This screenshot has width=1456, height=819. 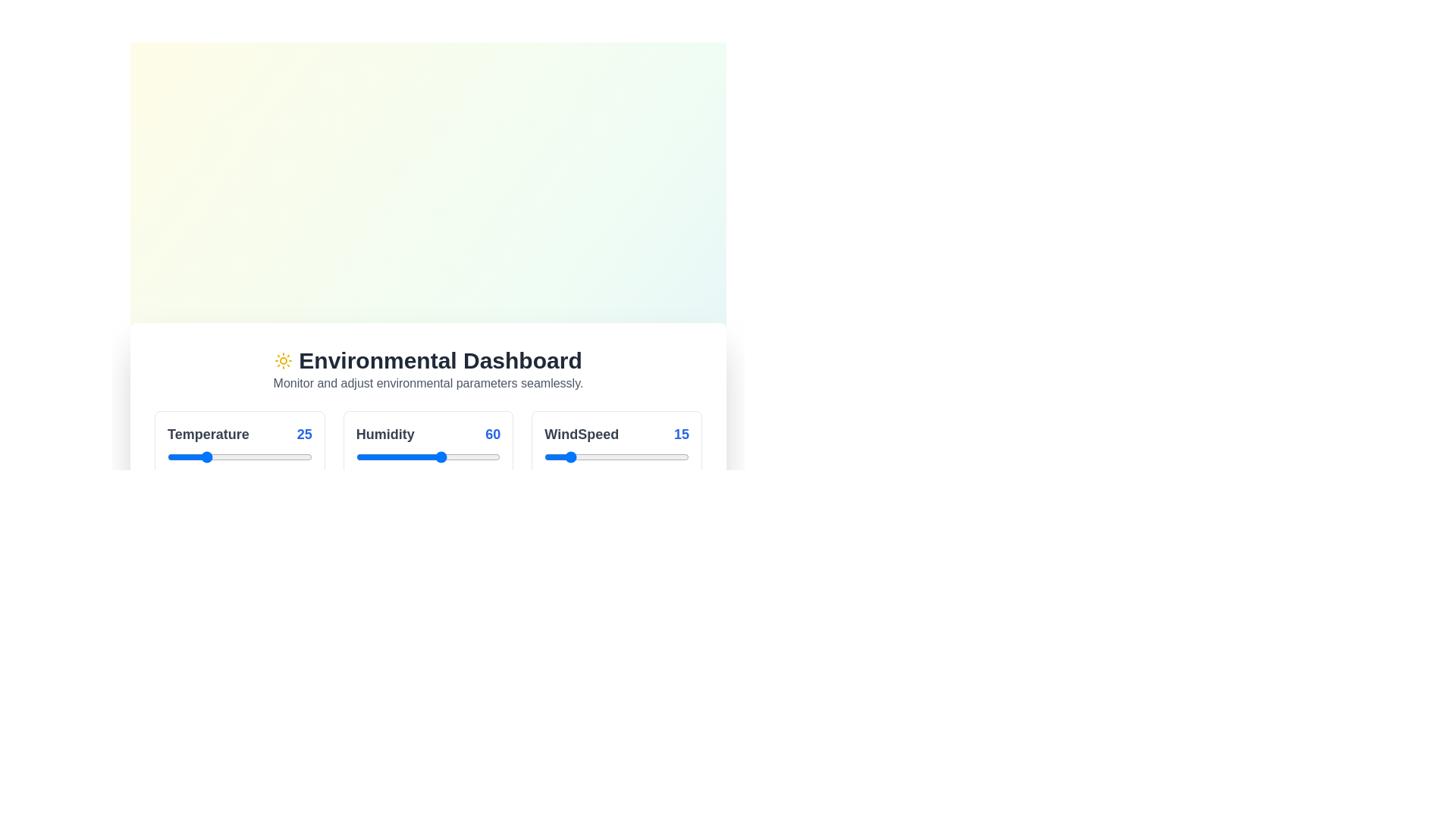 What do you see at coordinates (443, 456) in the screenshot?
I see `the Humidity slider` at bounding box center [443, 456].